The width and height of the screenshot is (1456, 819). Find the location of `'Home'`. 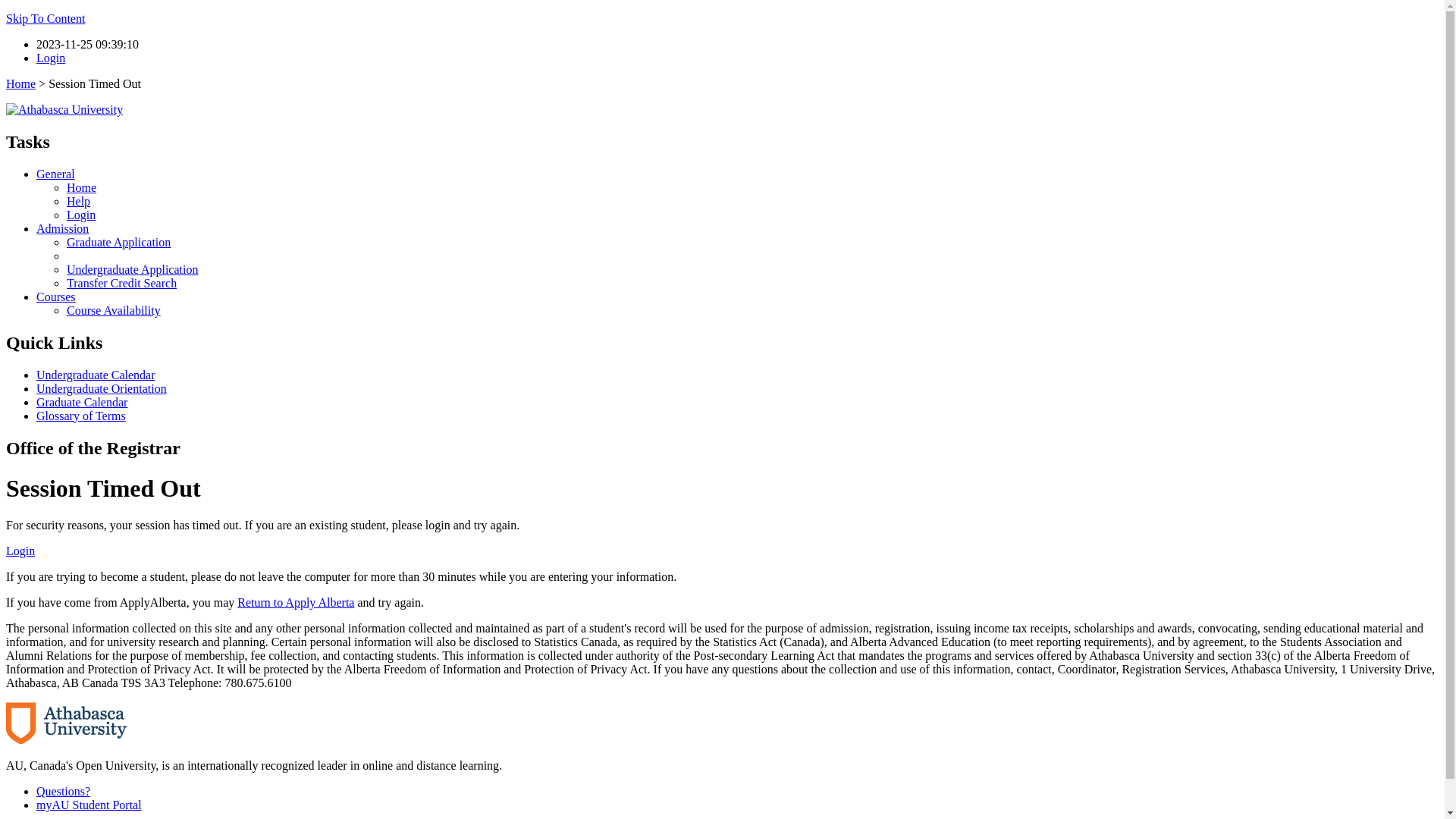

'Home' is located at coordinates (80, 187).